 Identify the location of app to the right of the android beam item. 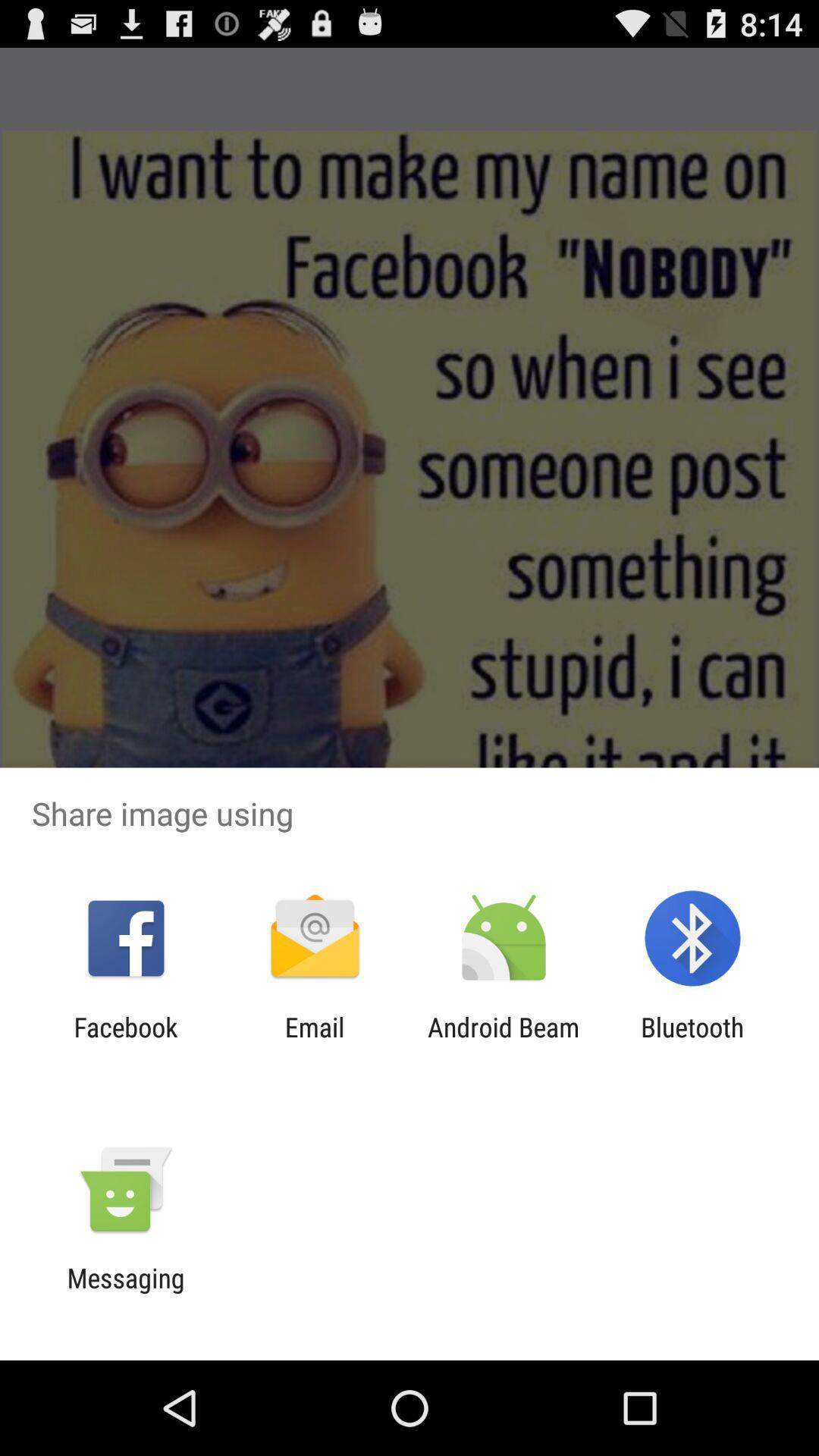
(692, 1042).